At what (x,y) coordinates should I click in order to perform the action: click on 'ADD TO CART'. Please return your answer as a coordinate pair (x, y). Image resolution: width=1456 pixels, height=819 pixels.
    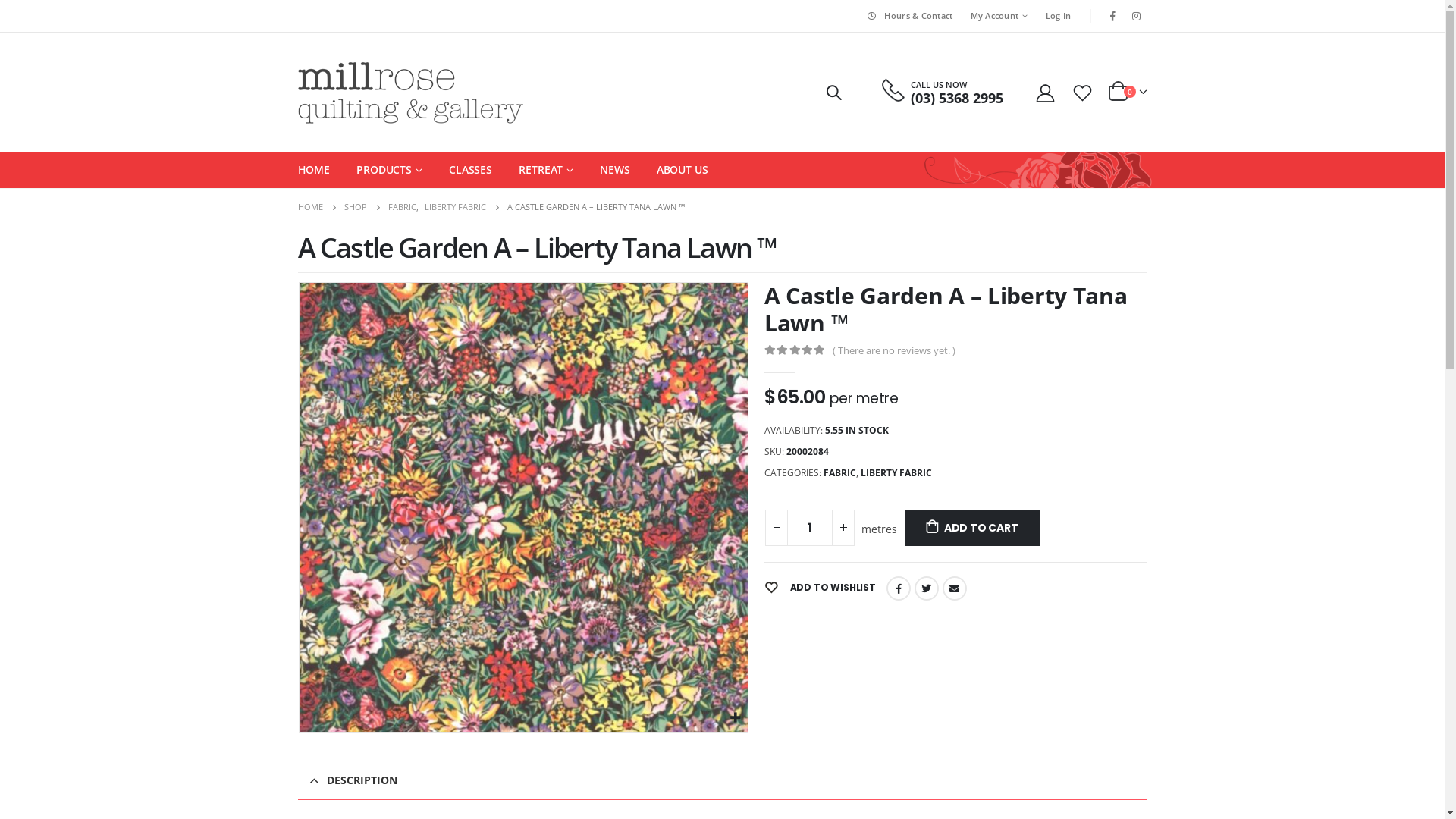
    Looking at the image, I should click on (905, 526).